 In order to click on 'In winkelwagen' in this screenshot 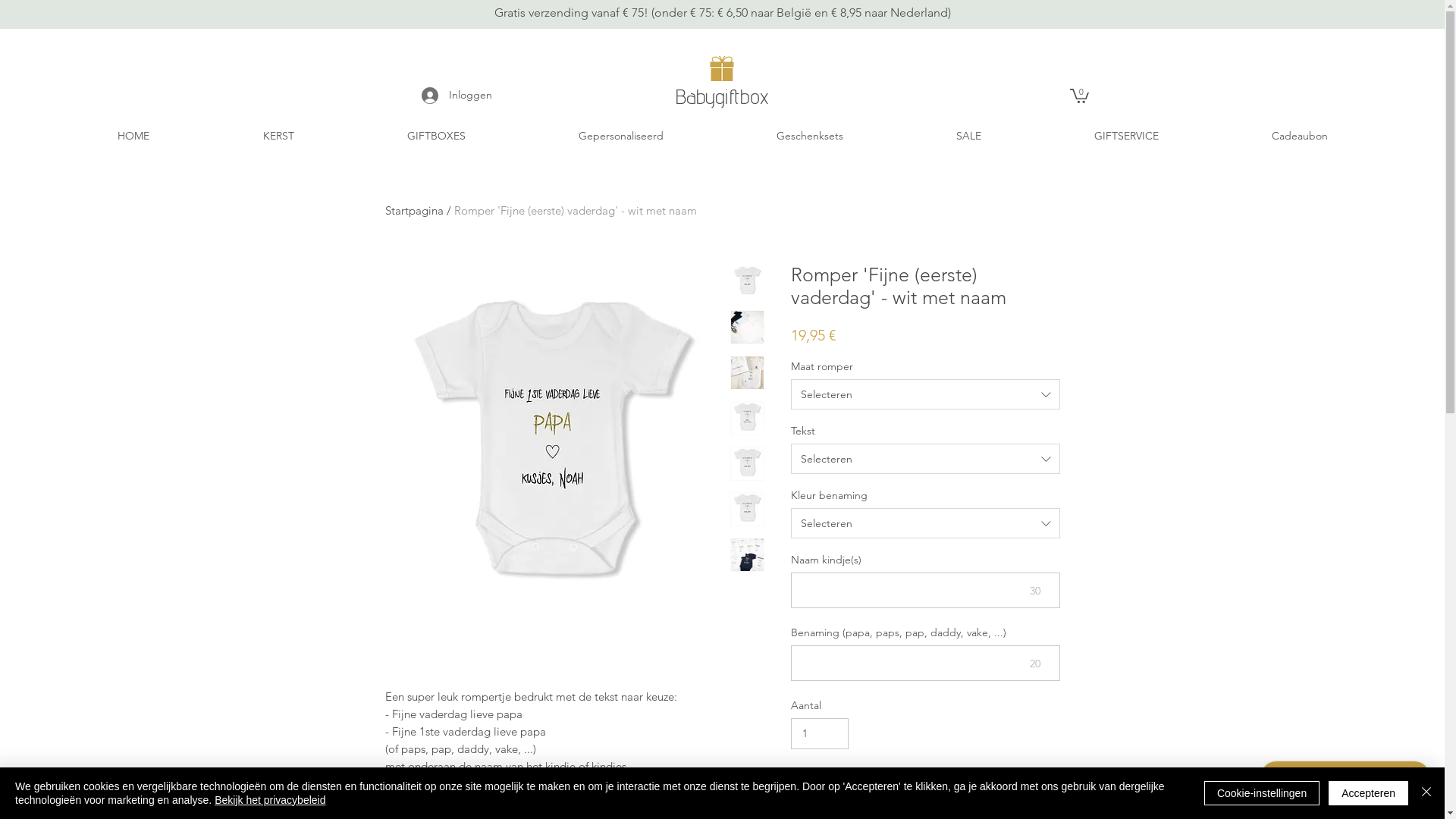, I will do `click(906, 788)`.